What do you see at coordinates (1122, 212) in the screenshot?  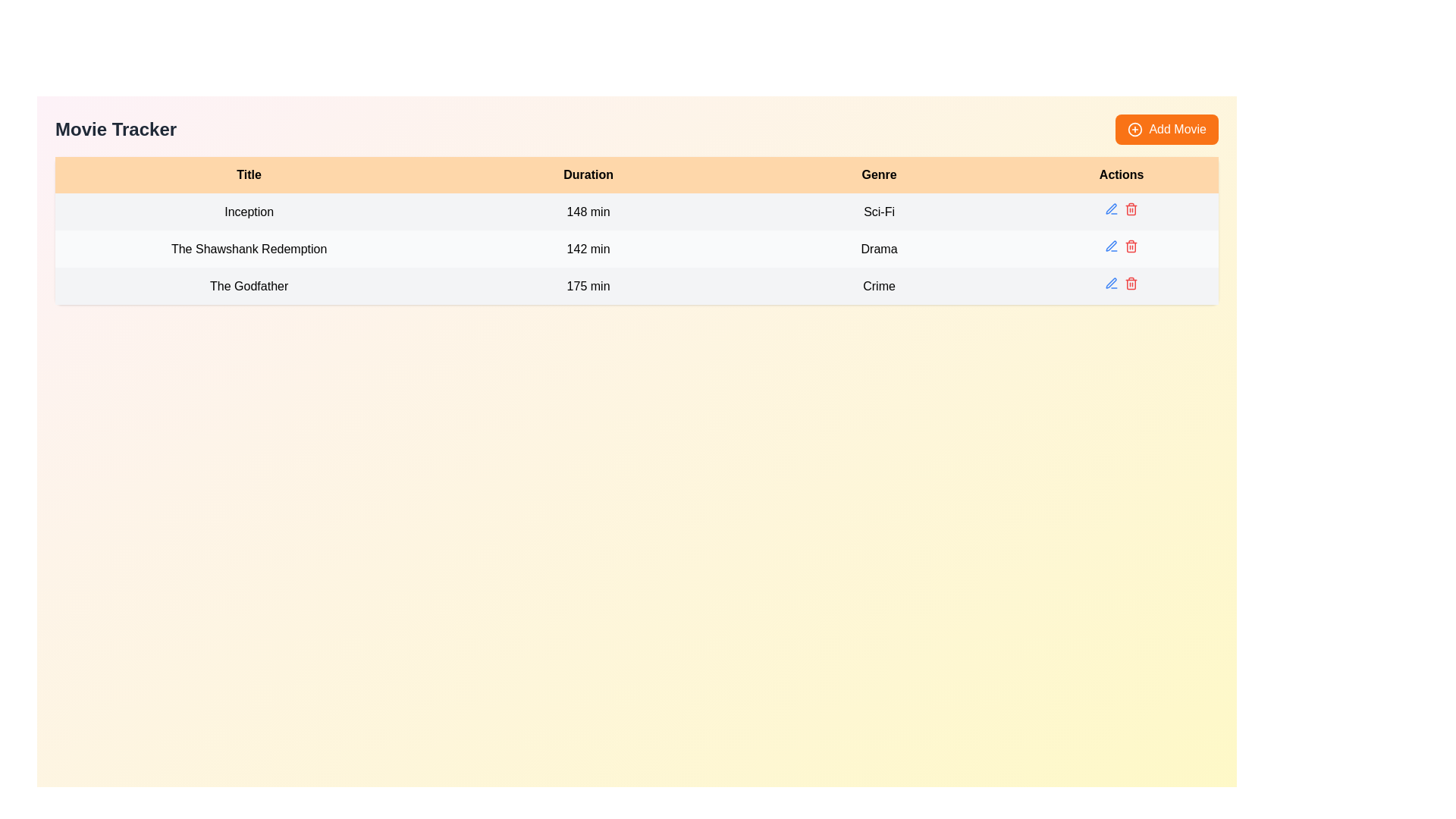 I see `the interactive icons in the 'Actions' column of the 'Inception' row in the table` at bounding box center [1122, 212].